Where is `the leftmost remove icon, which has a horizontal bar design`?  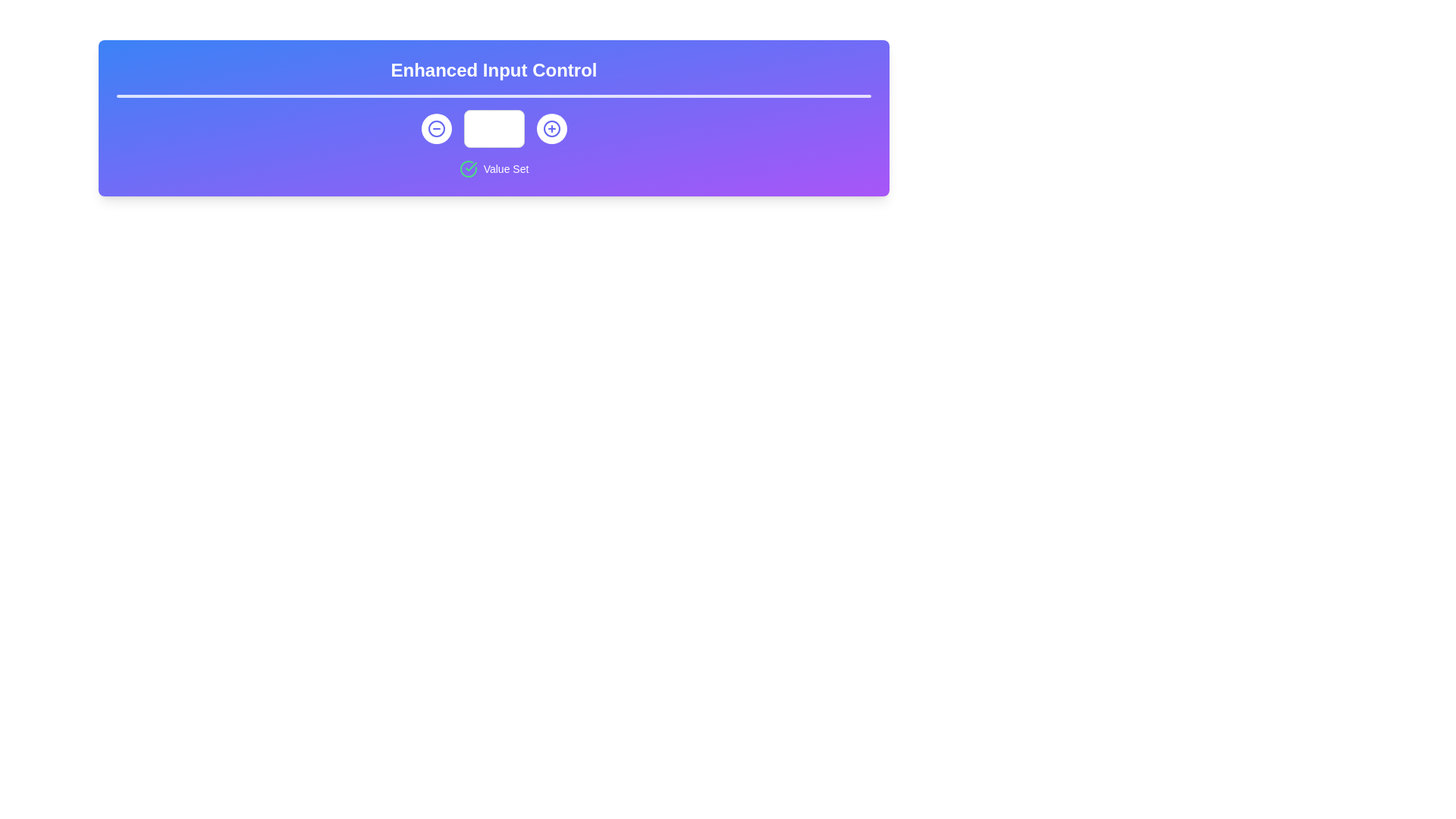
the leftmost remove icon, which has a horizontal bar design is located at coordinates (435, 127).